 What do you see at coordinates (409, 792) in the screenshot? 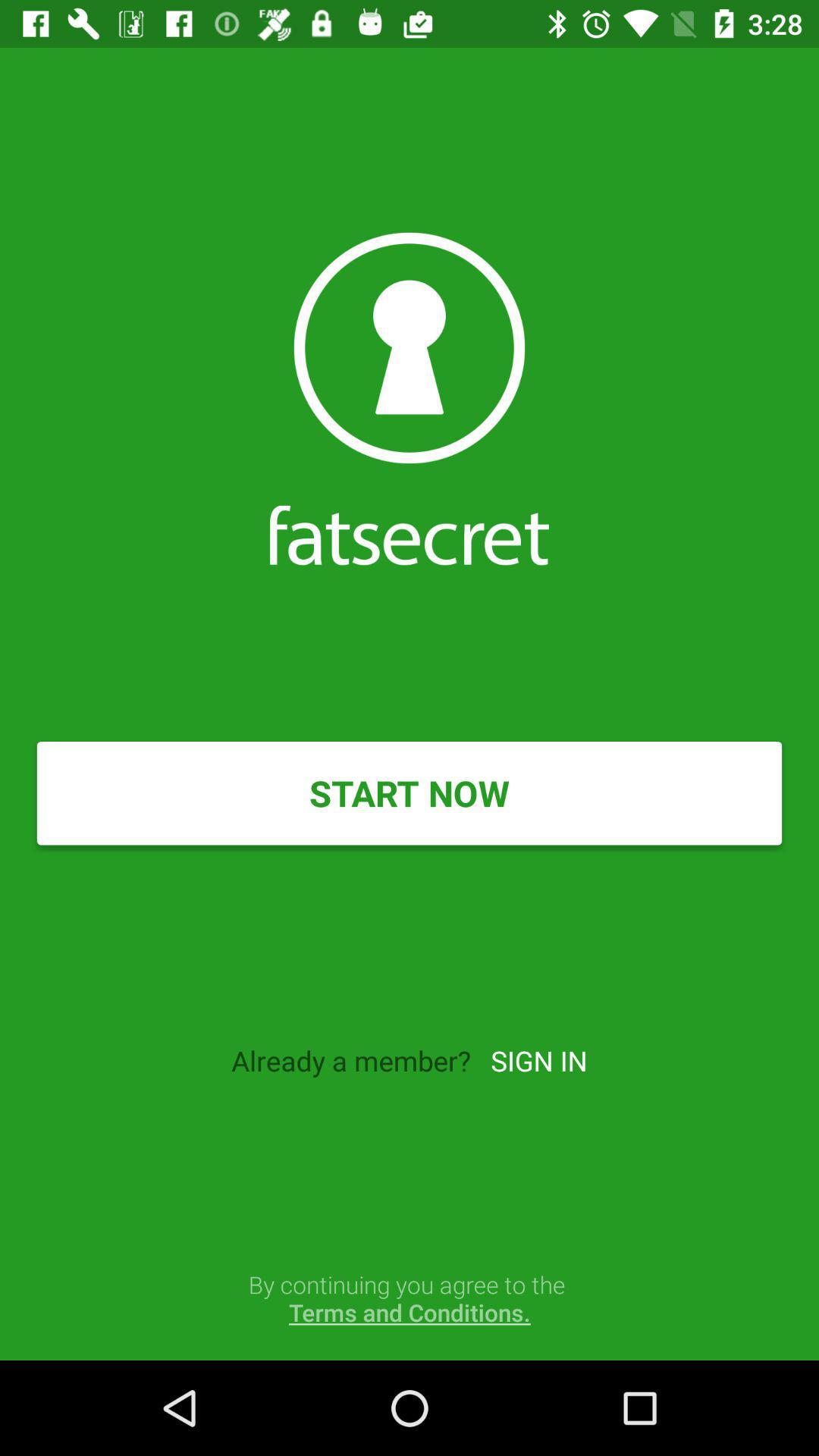
I see `start now` at bounding box center [409, 792].